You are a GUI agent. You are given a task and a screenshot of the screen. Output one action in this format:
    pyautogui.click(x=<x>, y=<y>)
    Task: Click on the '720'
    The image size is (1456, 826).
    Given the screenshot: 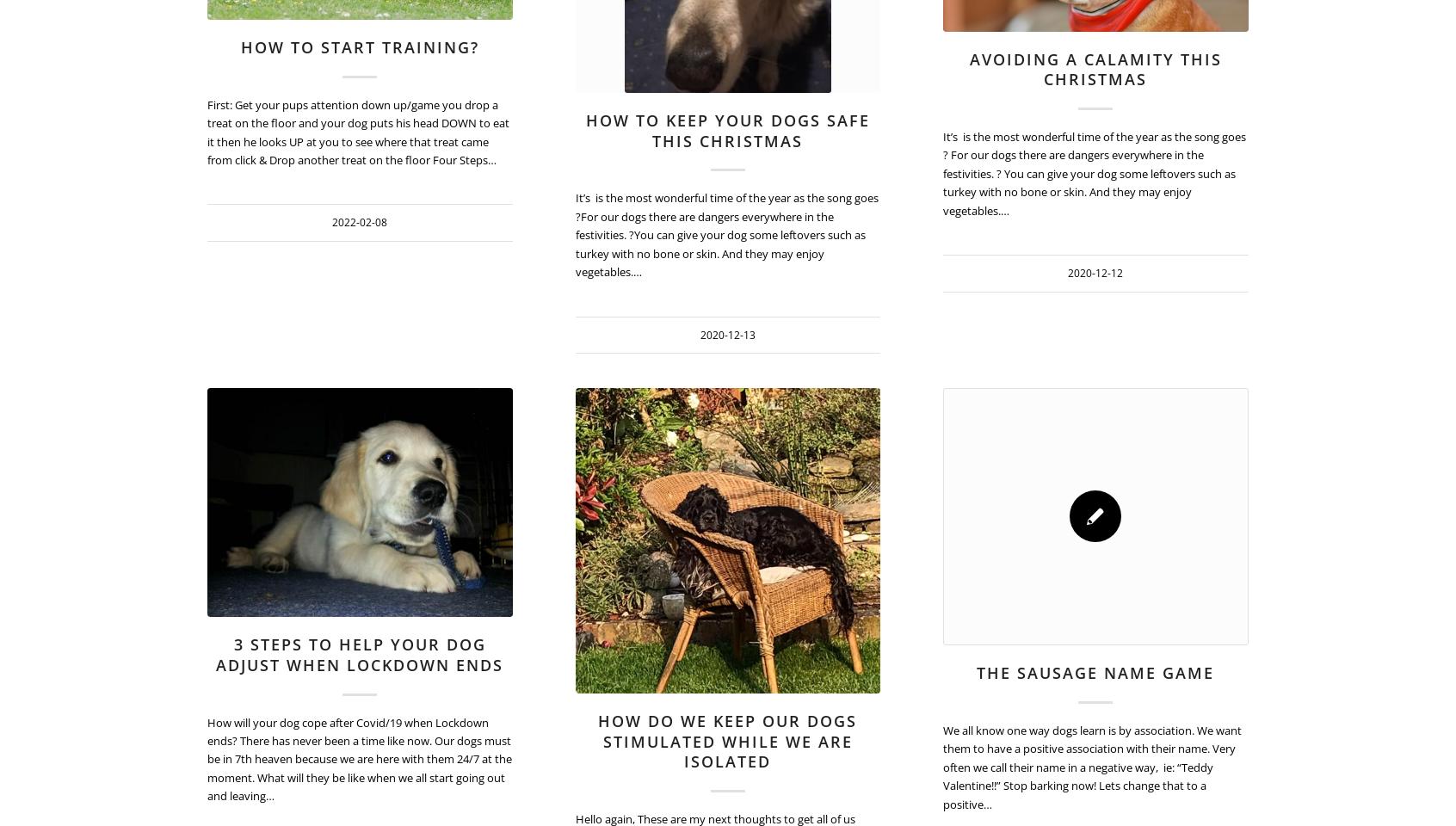 What is the action you would take?
    pyautogui.click(x=520, y=432)
    